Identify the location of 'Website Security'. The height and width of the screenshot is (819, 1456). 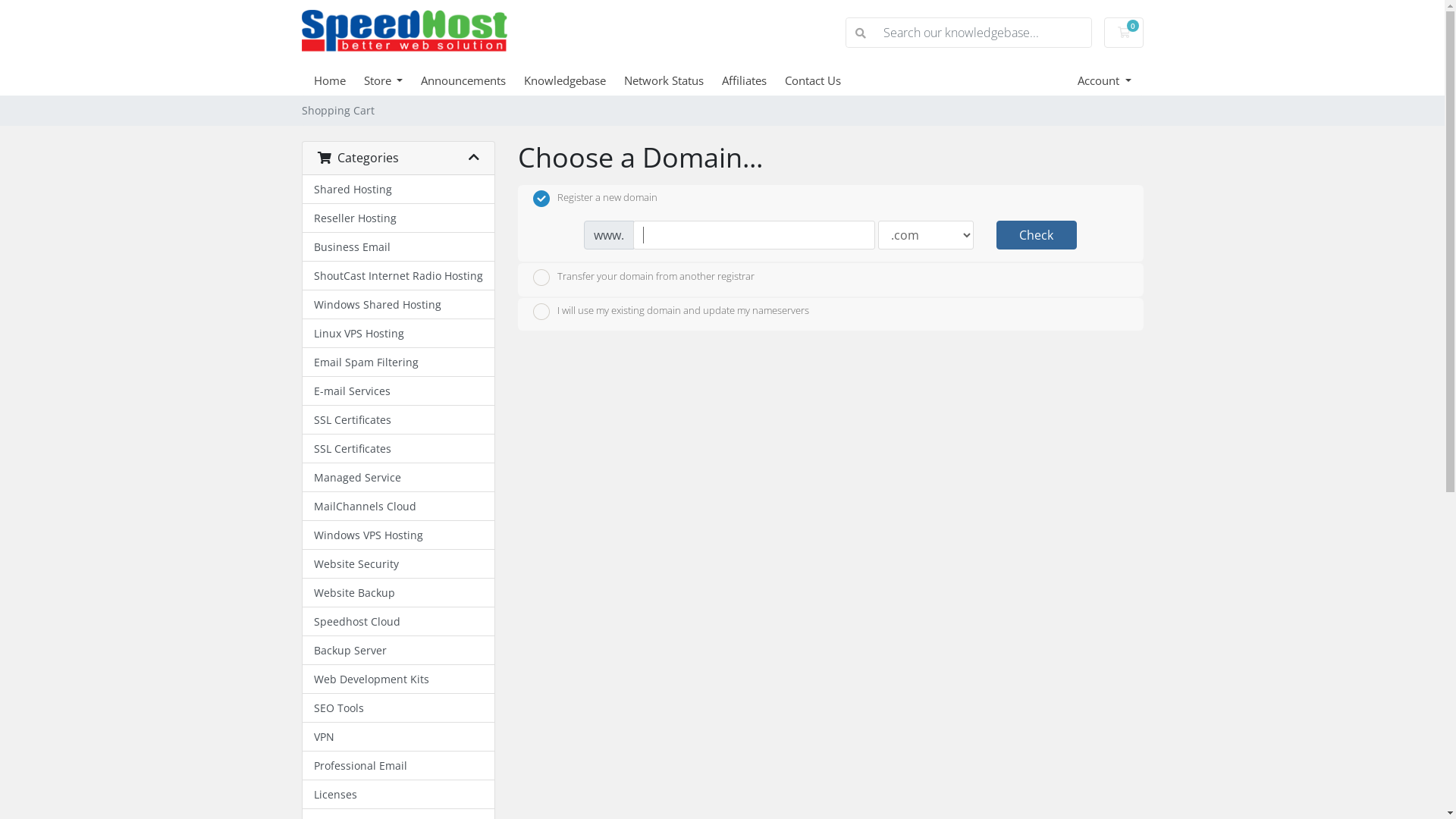
(397, 564).